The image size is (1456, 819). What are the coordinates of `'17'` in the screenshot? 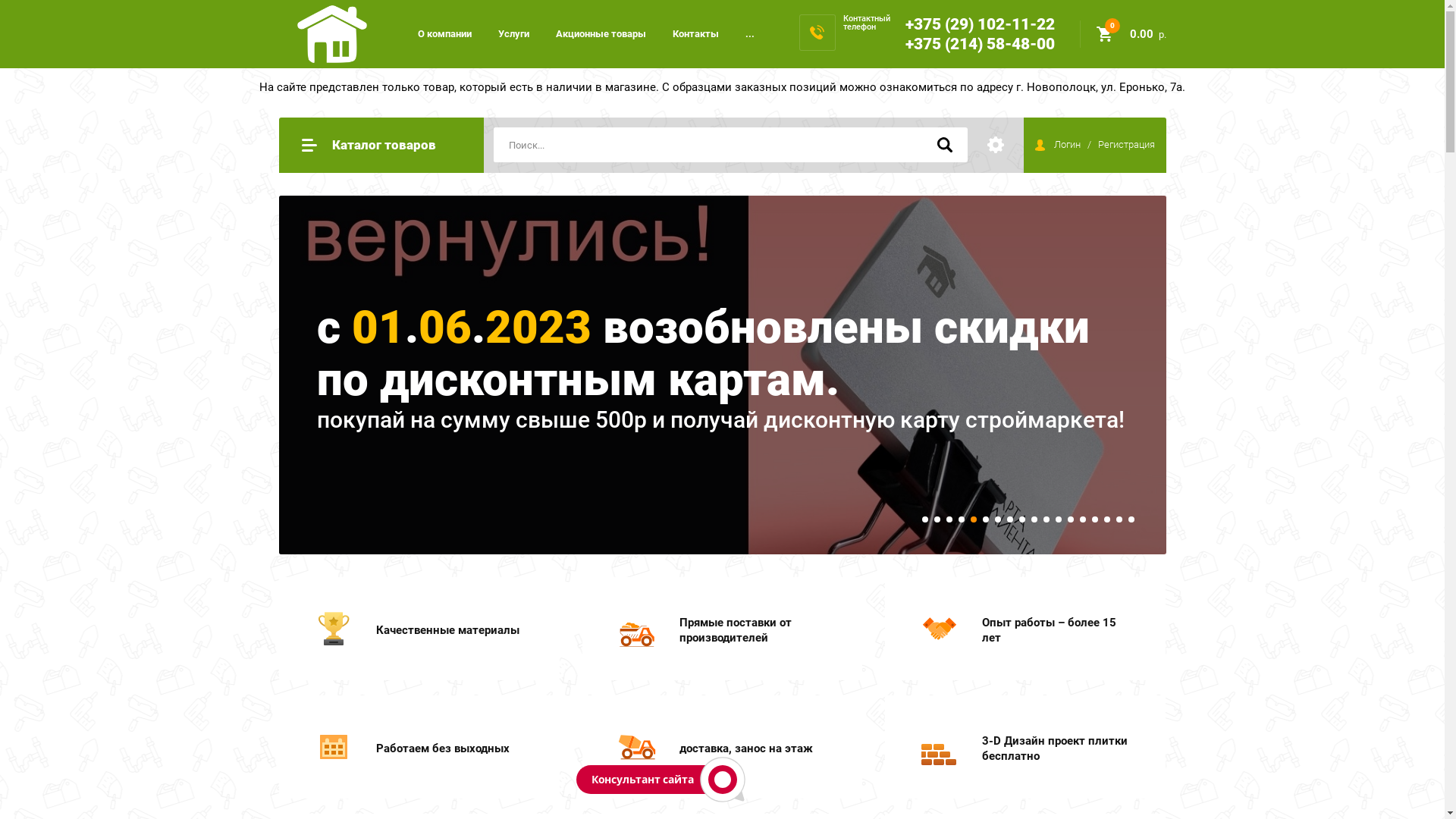 It's located at (1119, 519).